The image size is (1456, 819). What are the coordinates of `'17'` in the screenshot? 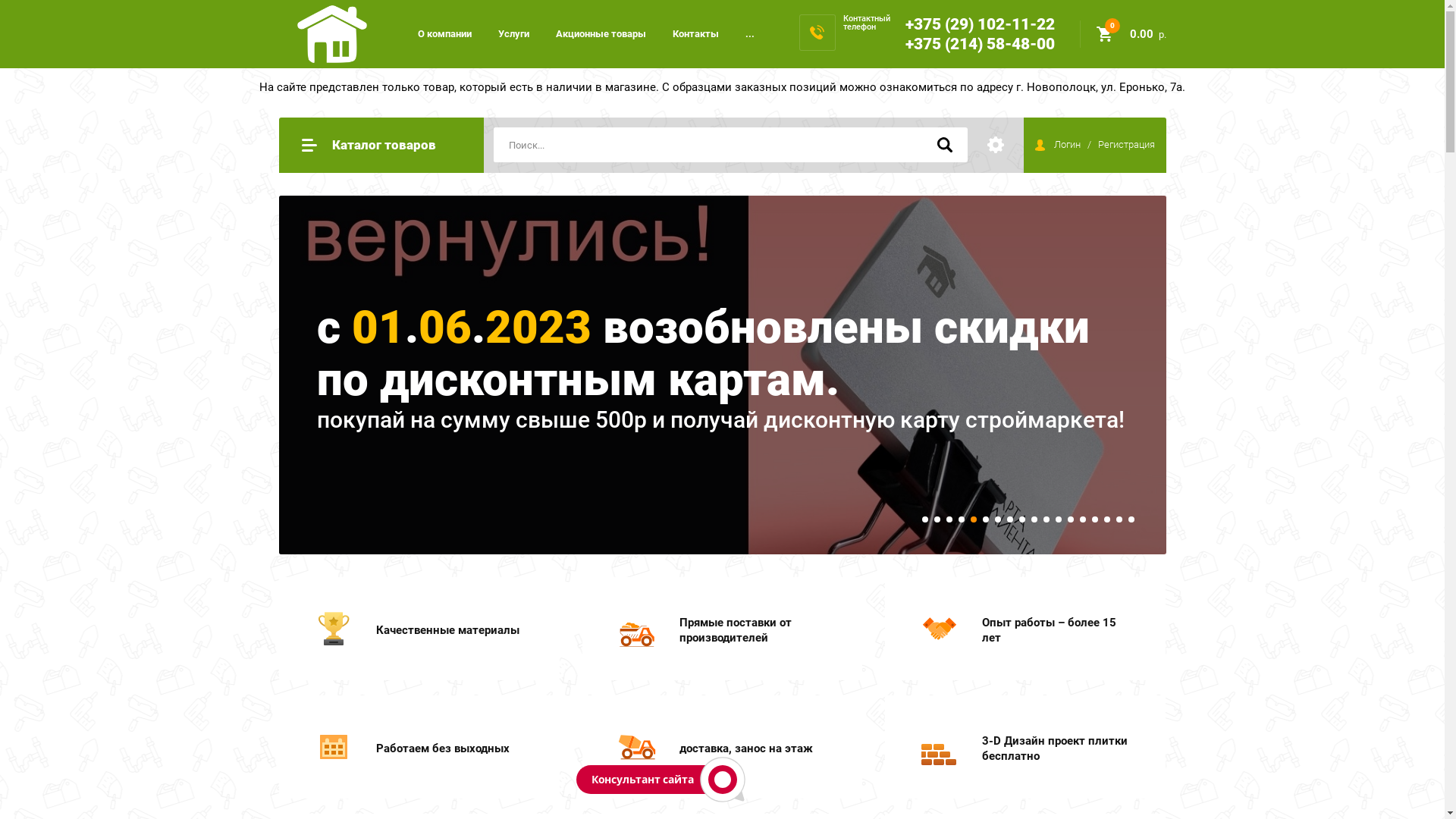 It's located at (1119, 519).